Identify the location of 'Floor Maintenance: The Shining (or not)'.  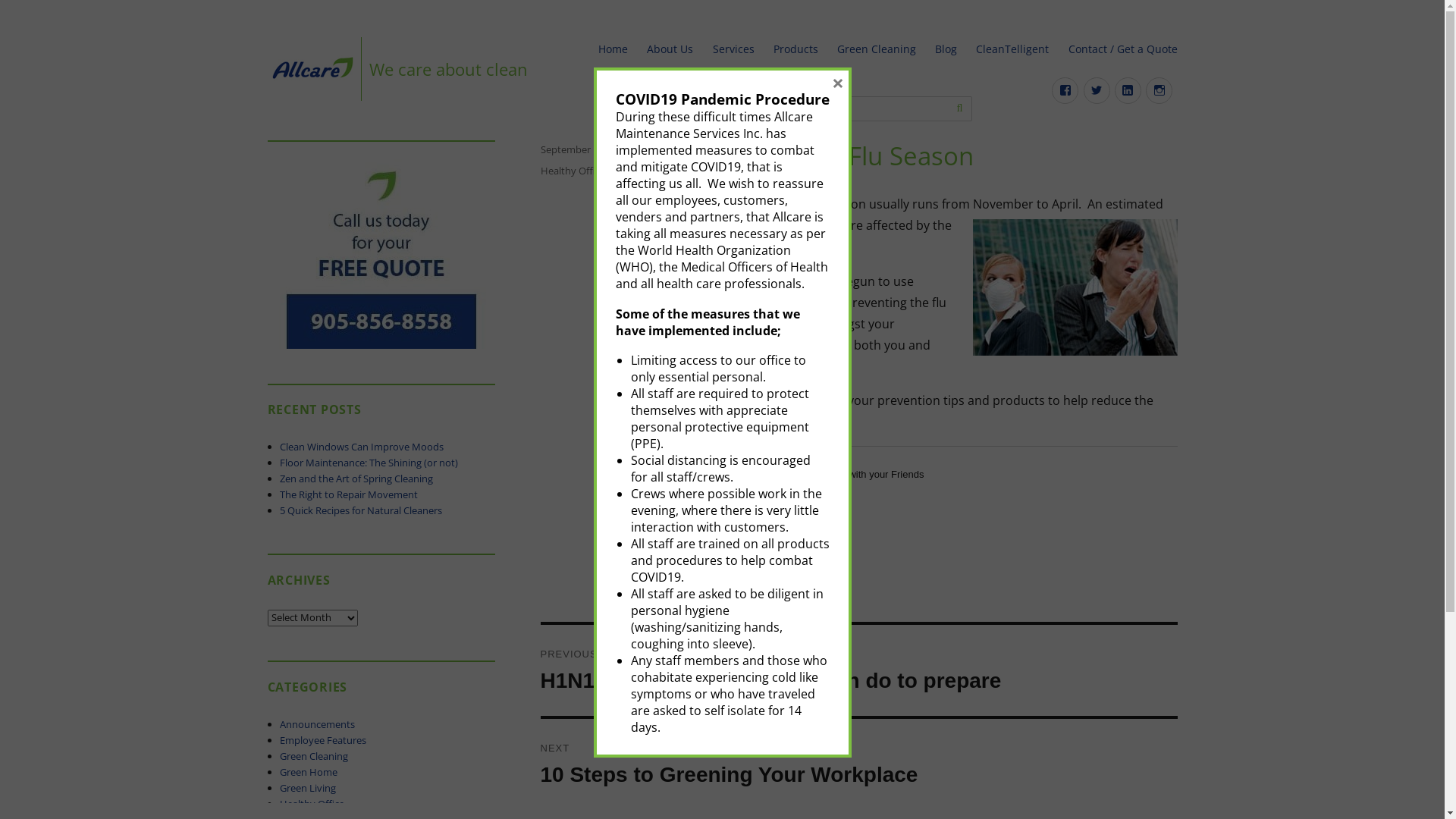
(369, 461).